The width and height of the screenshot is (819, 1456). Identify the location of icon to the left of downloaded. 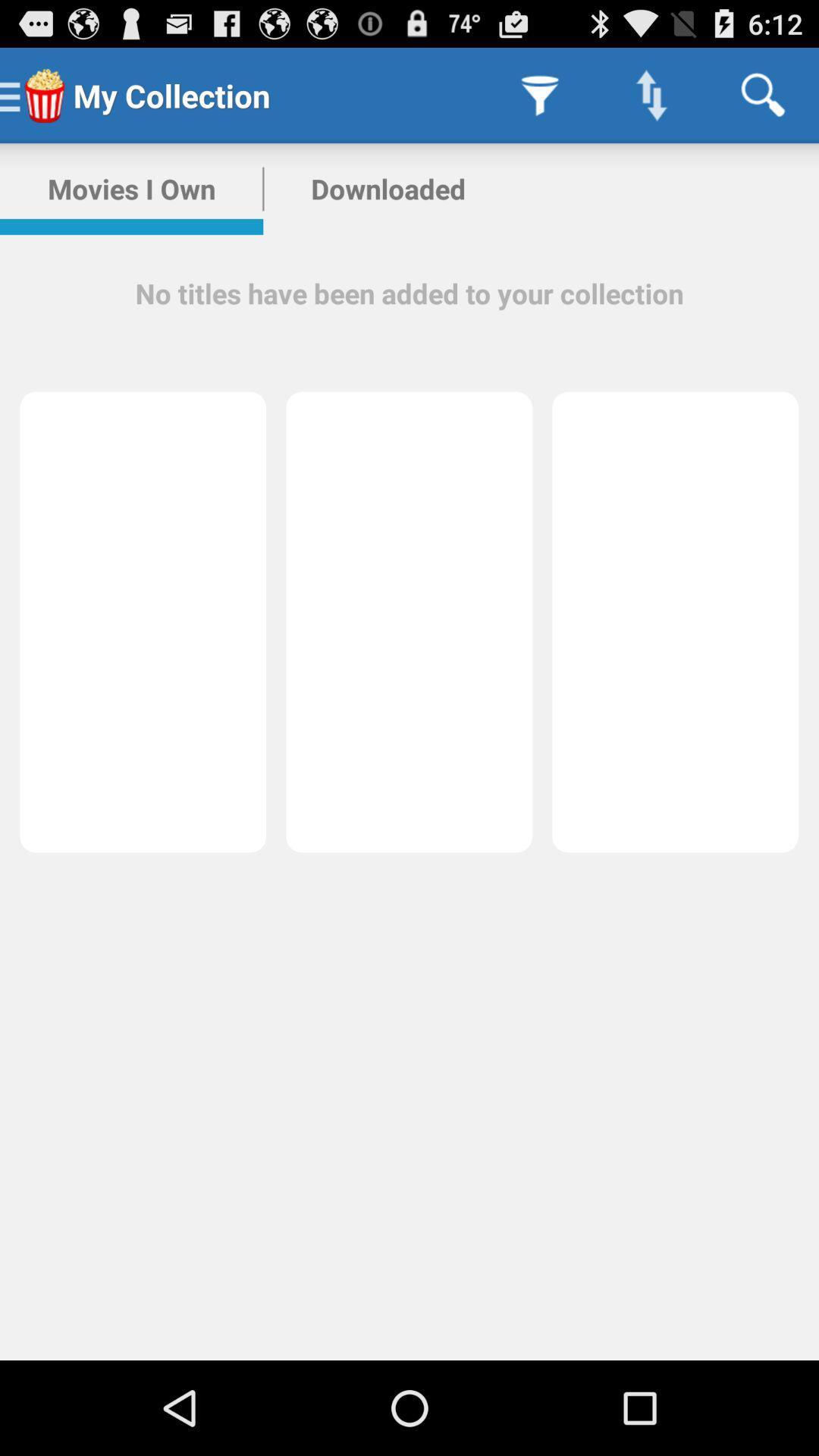
(130, 188).